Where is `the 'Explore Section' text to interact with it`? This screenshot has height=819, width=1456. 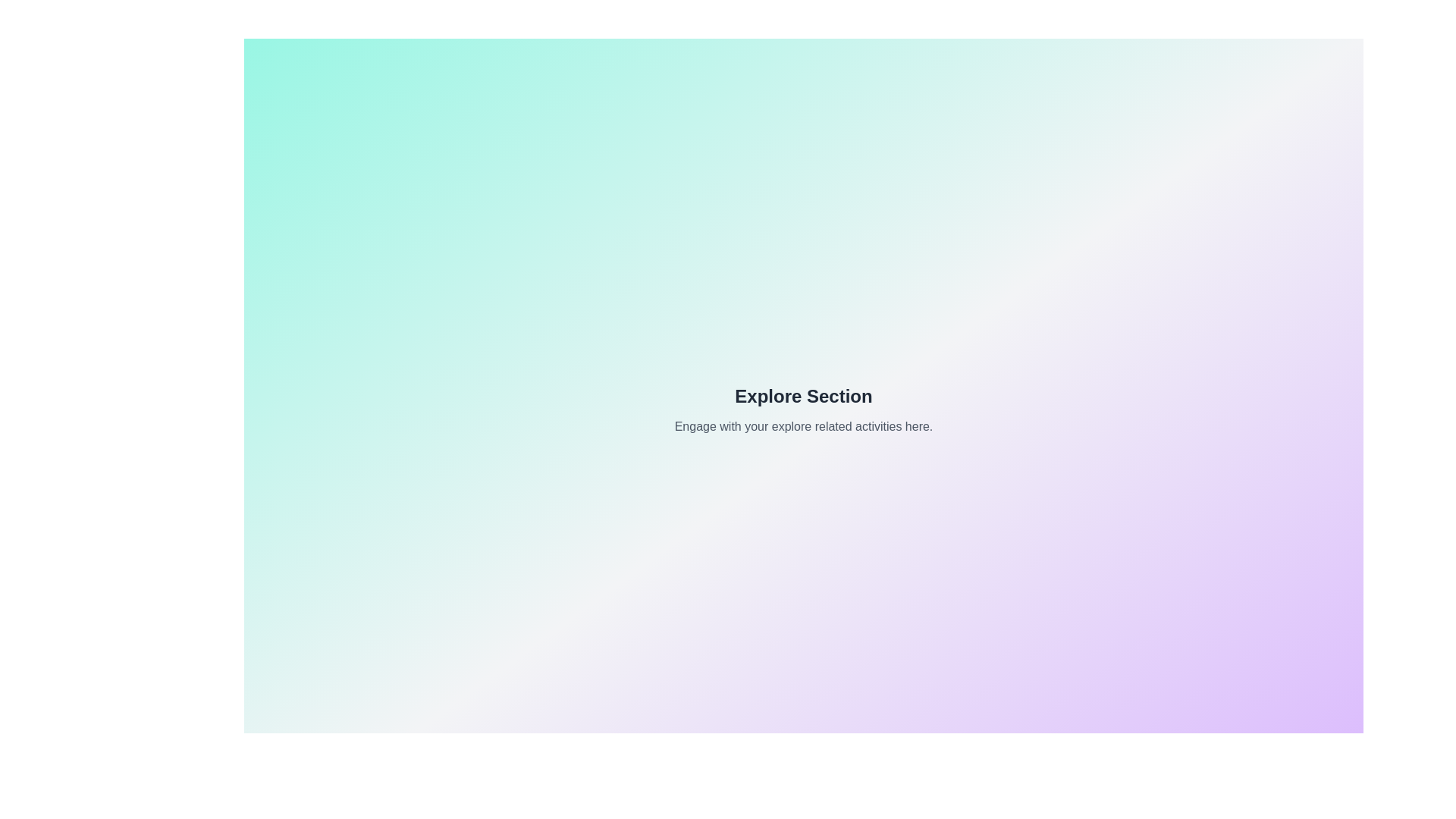
the 'Explore Section' text to interact with it is located at coordinates (803, 396).